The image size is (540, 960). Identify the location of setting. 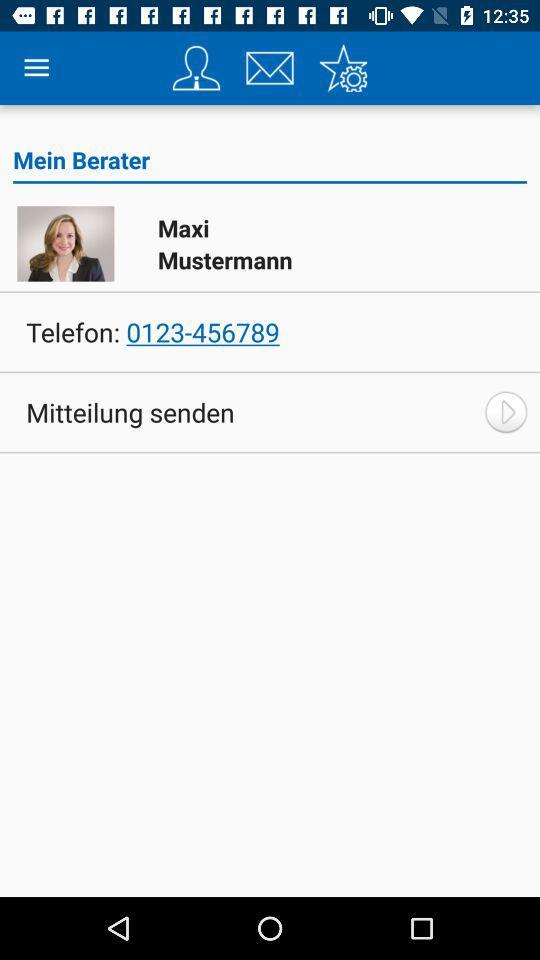
(342, 68).